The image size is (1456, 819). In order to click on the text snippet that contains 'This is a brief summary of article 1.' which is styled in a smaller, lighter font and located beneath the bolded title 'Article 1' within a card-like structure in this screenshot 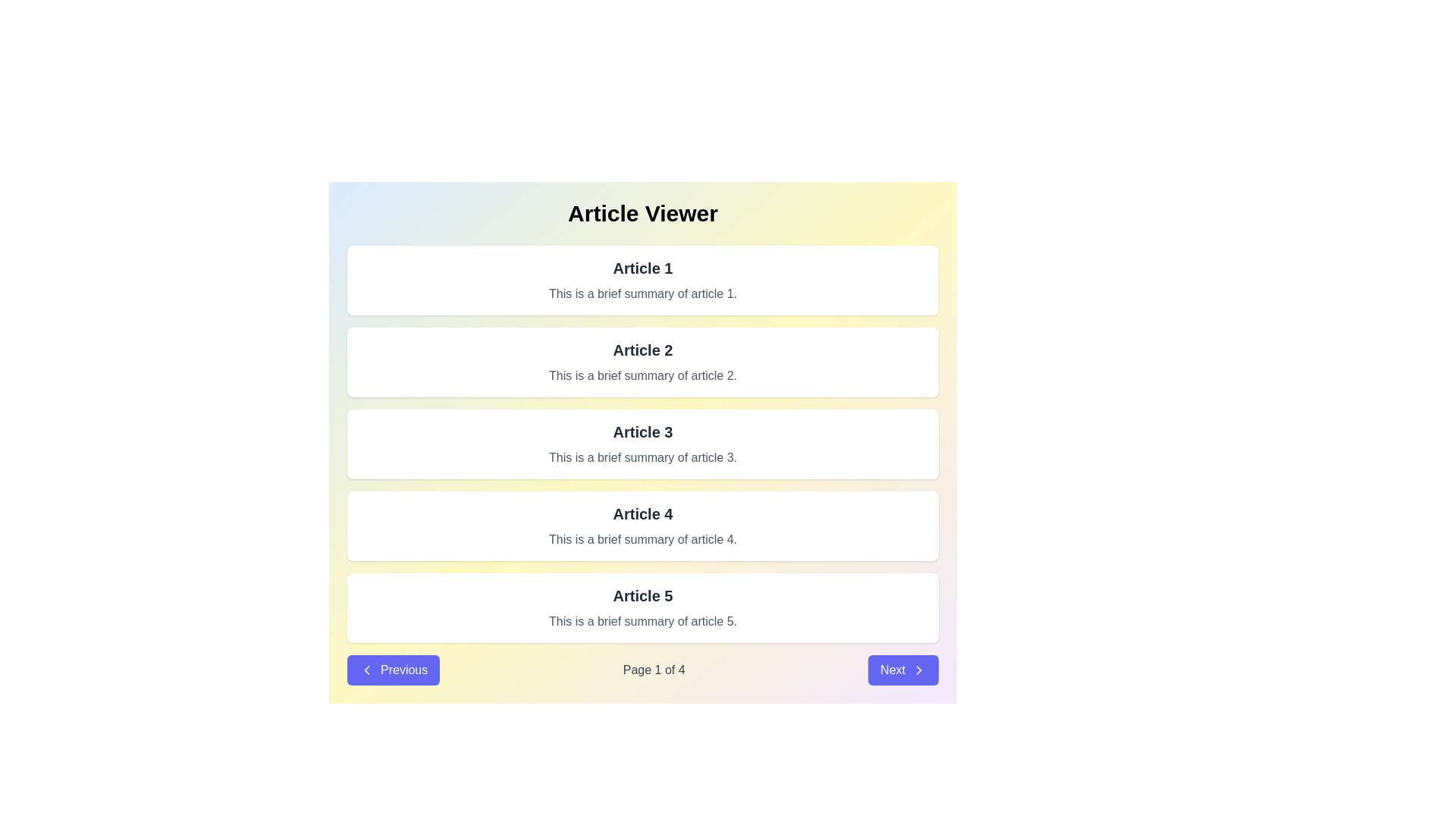, I will do `click(643, 294)`.